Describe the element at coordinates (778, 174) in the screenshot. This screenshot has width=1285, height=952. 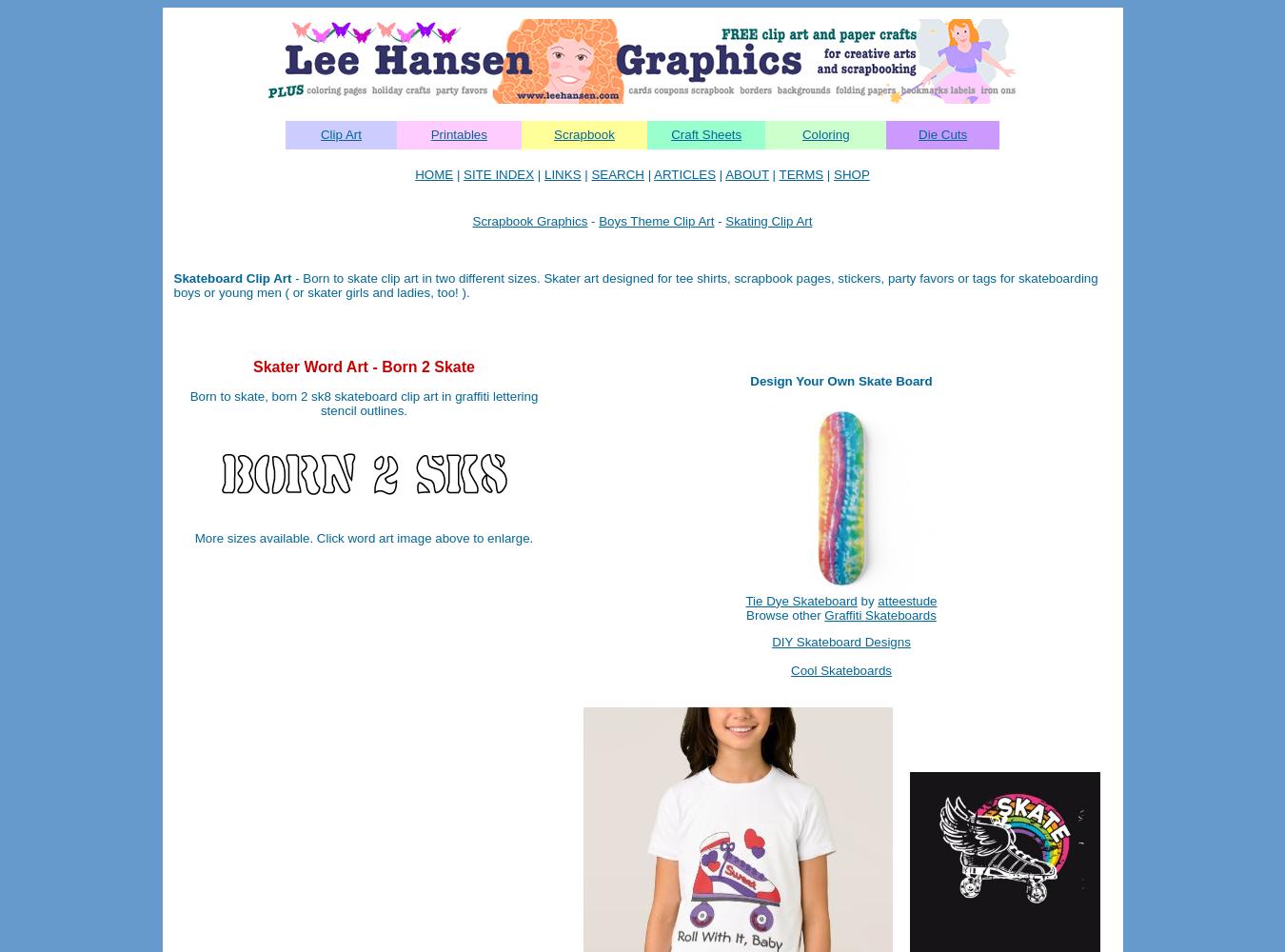
I see `'TERMS'` at that location.